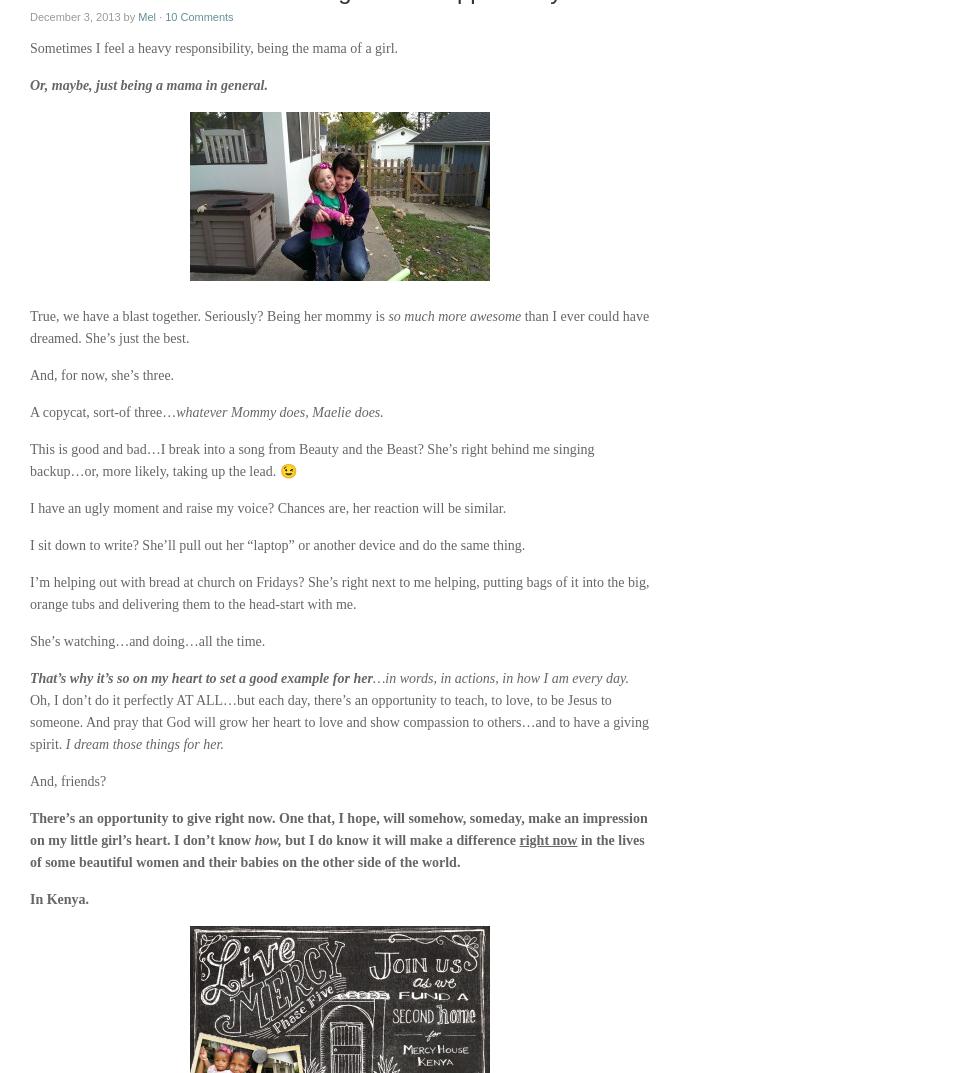 This screenshot has height=1073, width=965. What do you see at coordinates (339, 721) in the screenshot?
I see `'Oh, I don’t do it perfectly AT ALL…but each day, there’s an opportunity to teach, to love, to be Jesus to someone. And pray that God will grow her heart to love and show compassion to others…and to have a giving spirit.'` at bounding box center [339, 721].